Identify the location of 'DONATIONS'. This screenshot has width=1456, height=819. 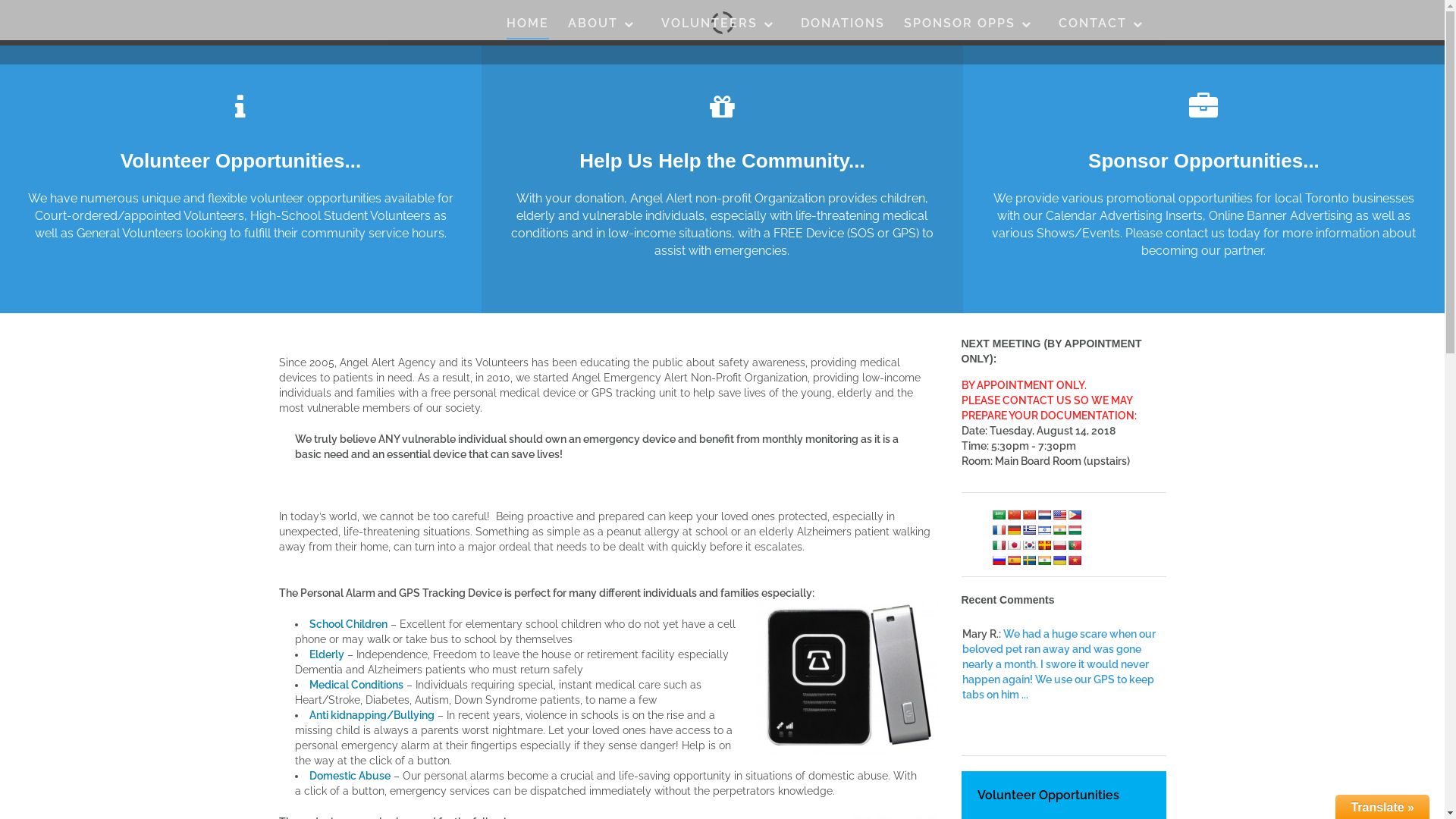
(800, 26).